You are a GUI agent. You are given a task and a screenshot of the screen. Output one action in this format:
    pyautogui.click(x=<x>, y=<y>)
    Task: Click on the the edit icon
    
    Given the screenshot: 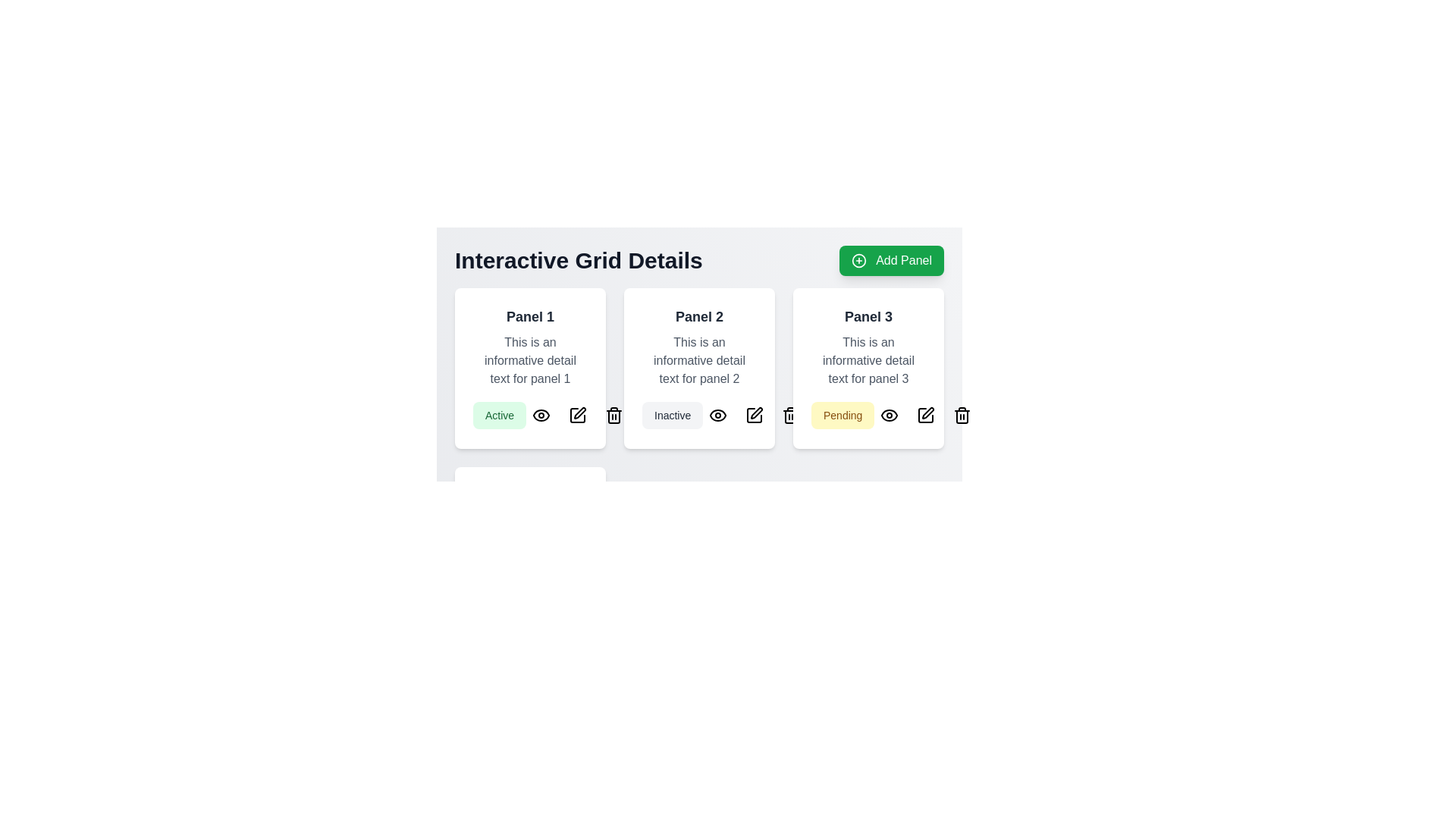 What is the action you would take?
    pyautogui.click(x=924, y=415)
    